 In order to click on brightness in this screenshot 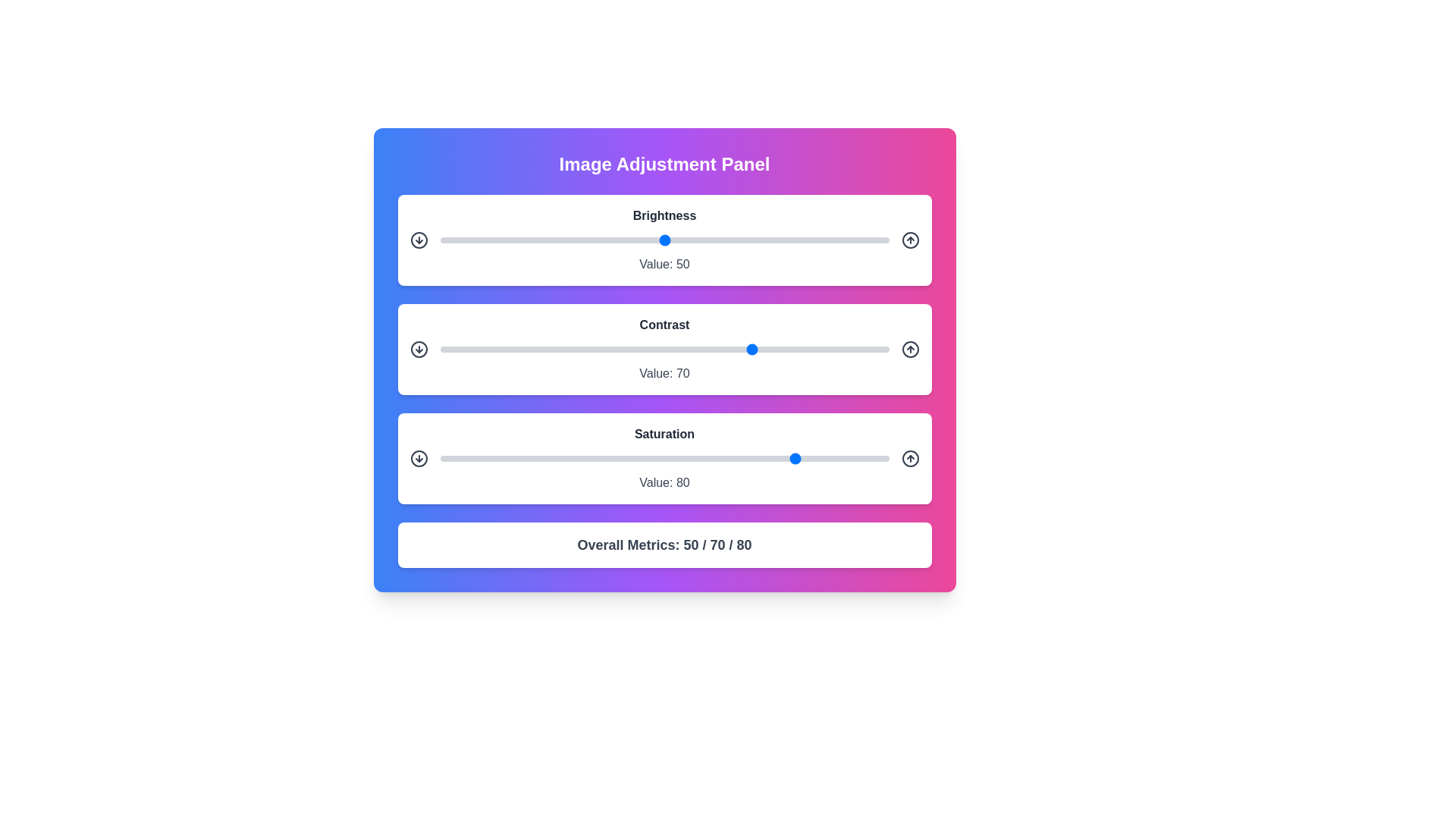, I will do `click(834, 239)`.